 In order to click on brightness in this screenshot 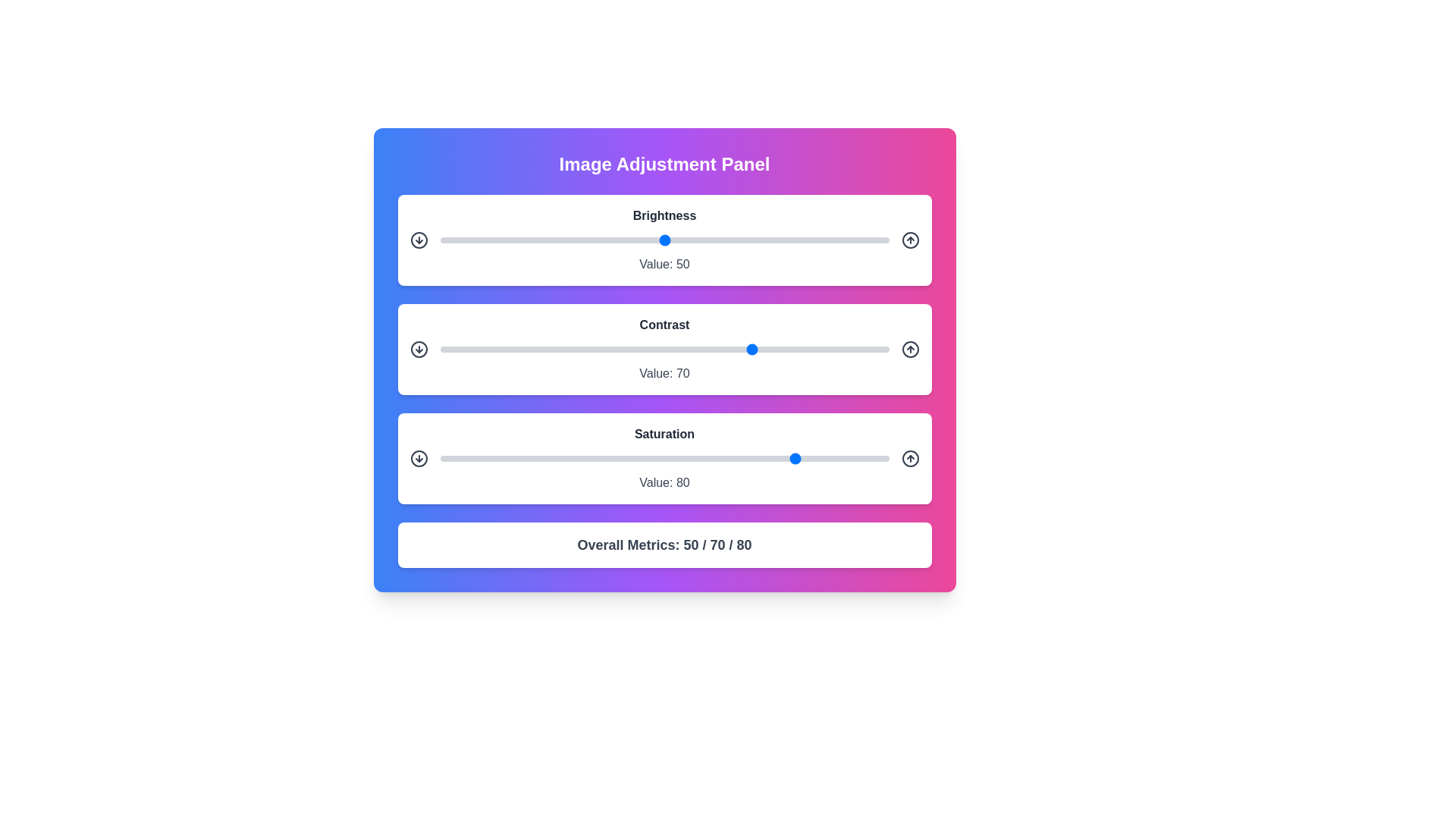, I will do `click(834, 239)`.